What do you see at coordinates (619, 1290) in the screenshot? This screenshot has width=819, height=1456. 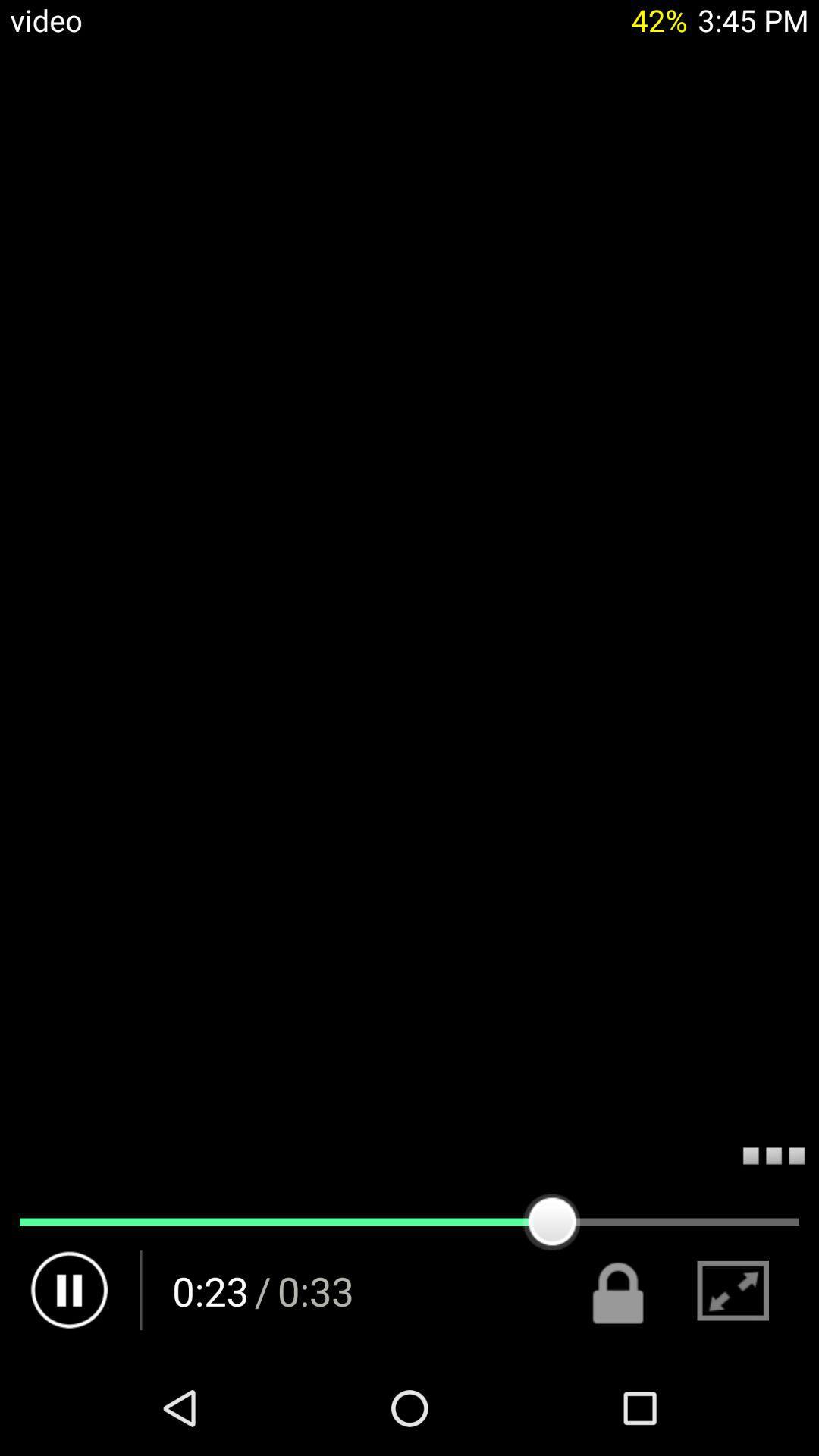 I see `the lock icon which is left side of full screen icon` at bounding box center [619, 1290].